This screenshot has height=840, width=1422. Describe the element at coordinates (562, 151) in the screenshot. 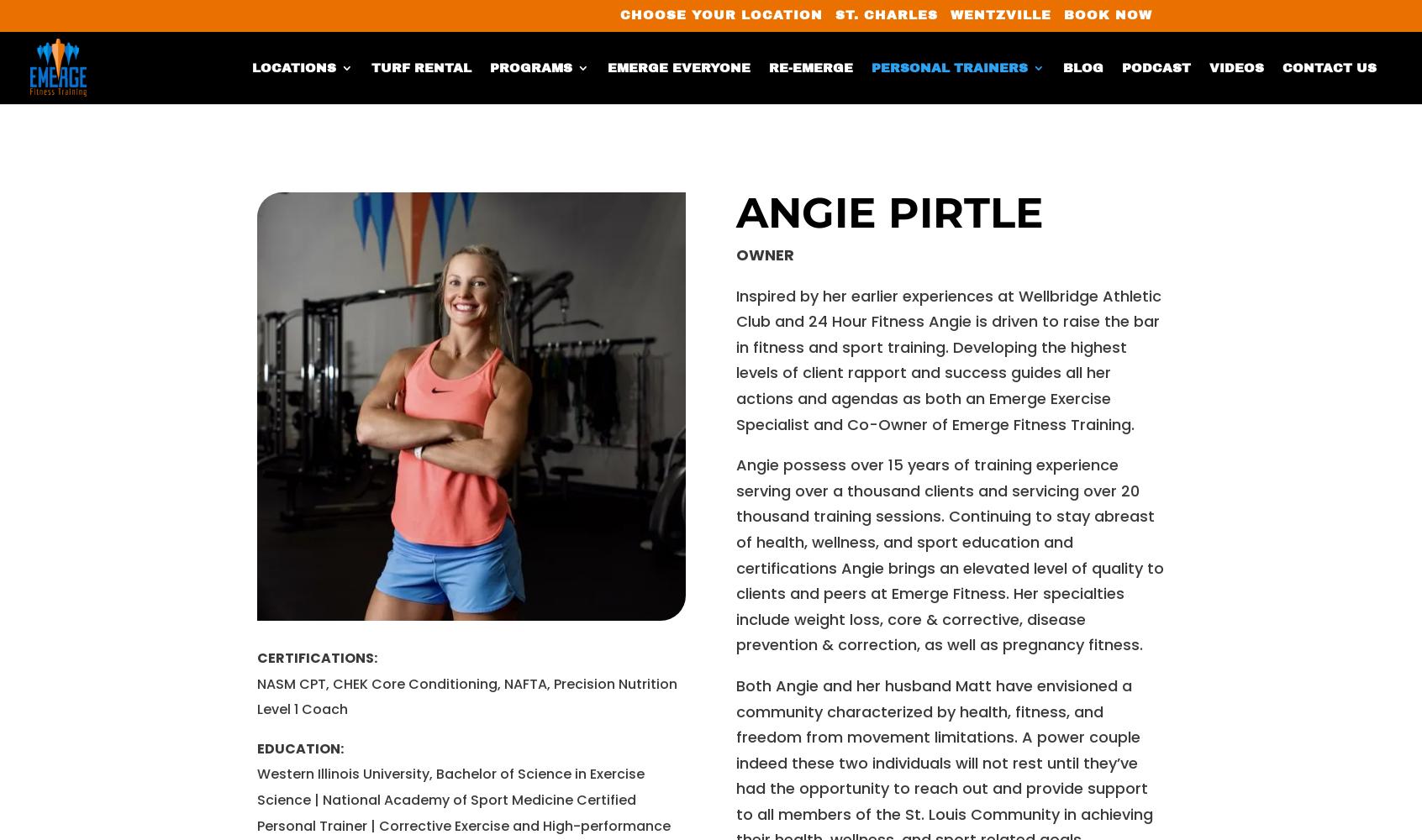

I see `'Personal Training'` at that location.